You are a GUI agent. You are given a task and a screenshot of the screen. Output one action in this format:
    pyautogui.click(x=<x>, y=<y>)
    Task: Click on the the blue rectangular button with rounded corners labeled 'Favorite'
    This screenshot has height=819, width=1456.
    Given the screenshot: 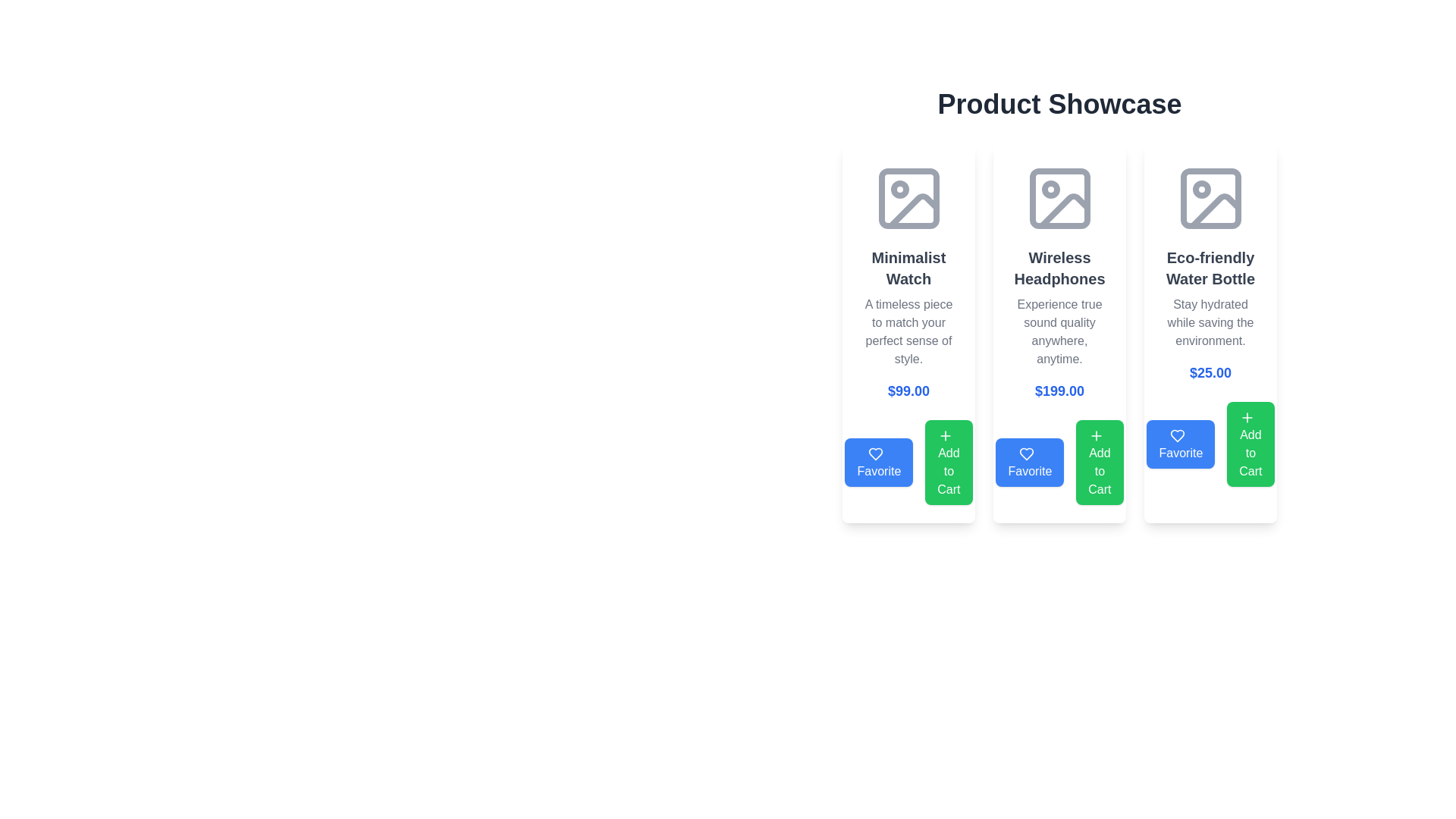 What is the action you would take?
    pyautogui.click(x=1180, y=444)
    